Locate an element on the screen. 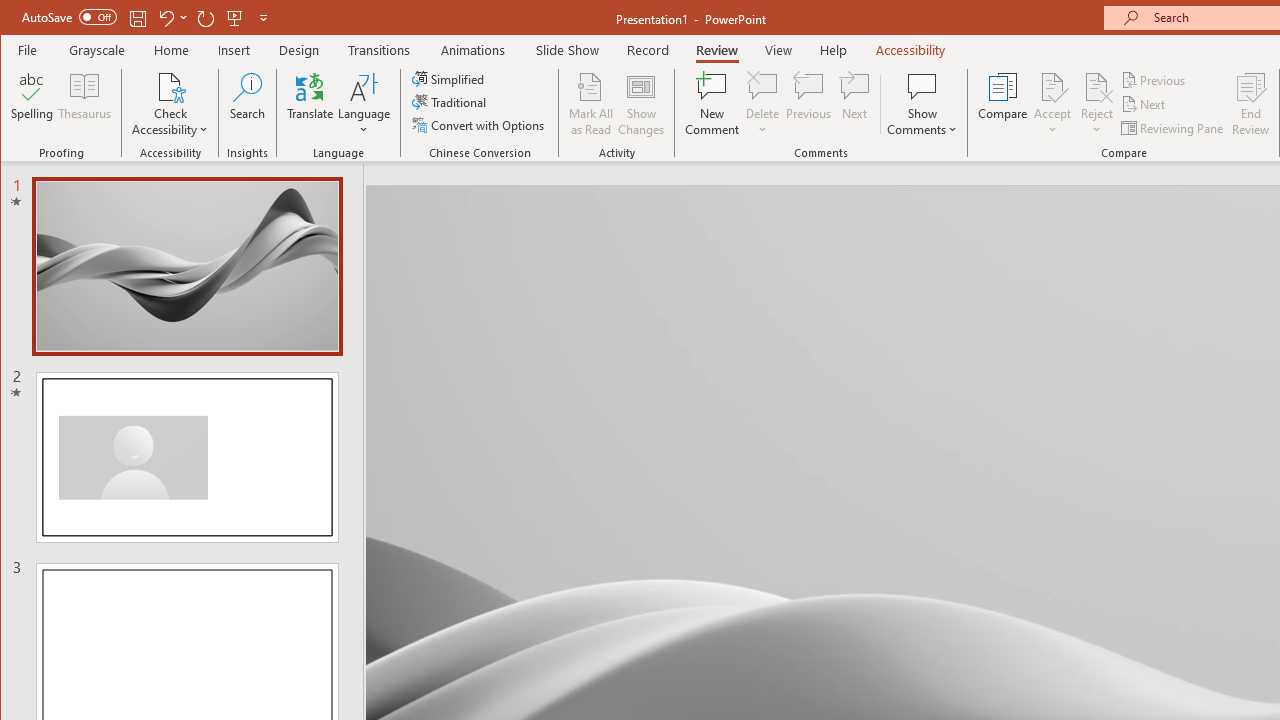 This screenshot has width=1280, height=720. 'Simplified' is located at coordinates (449, 78).